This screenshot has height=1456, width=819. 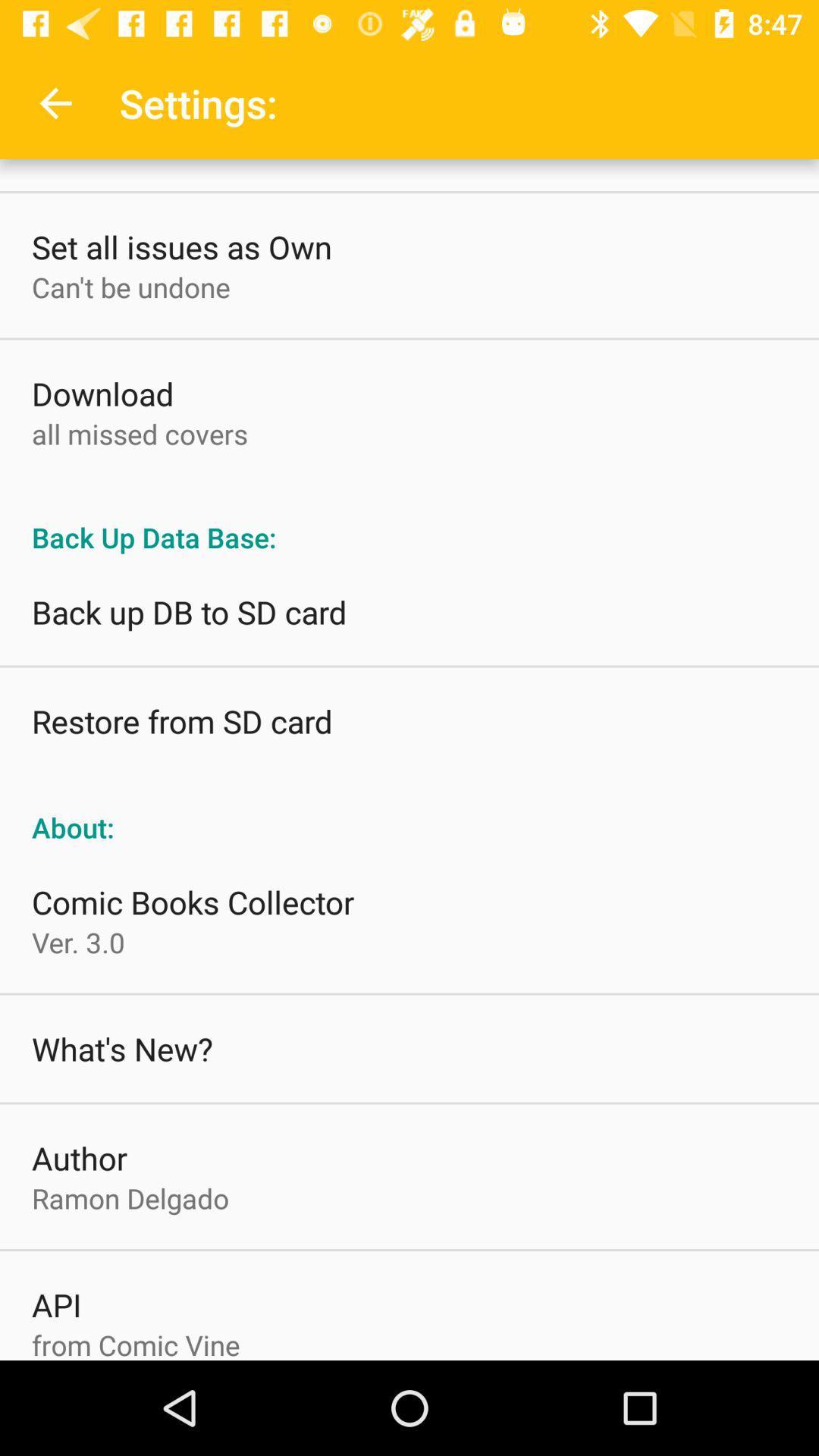 I want to click on item above set all issues icon, so click(x=55, y=102).